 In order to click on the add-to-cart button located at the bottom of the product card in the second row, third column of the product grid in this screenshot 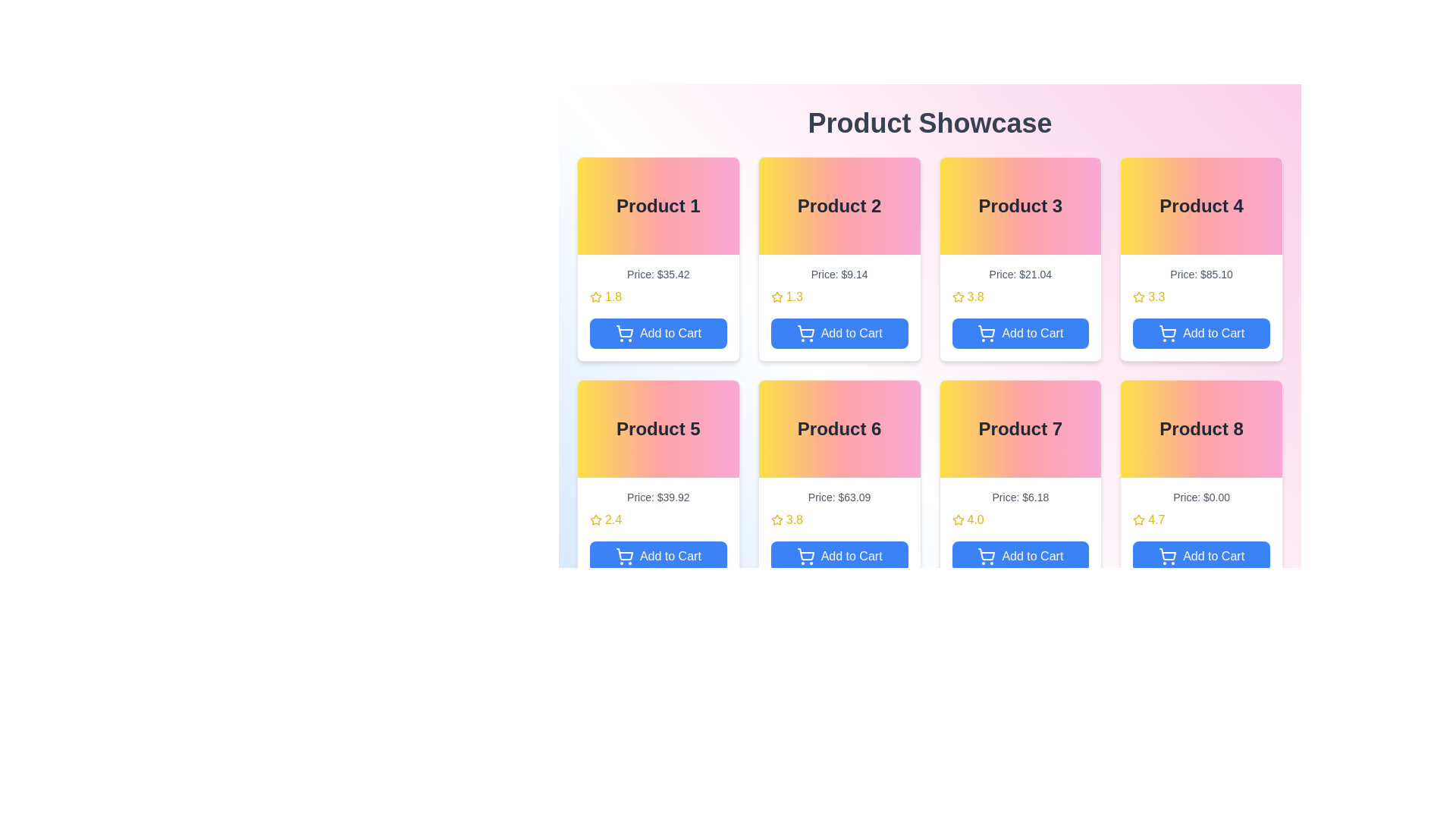, I will do `click(1020, 556)`.